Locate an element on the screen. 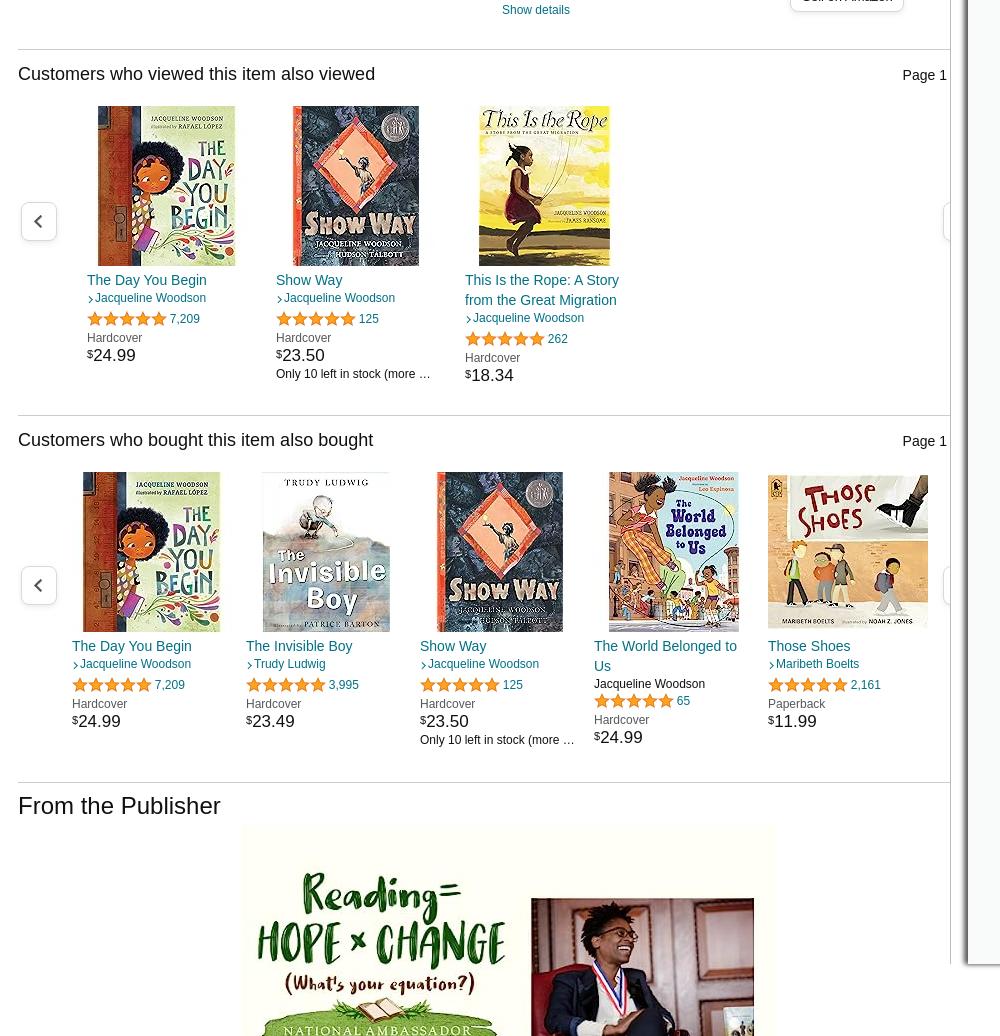  'Maribeth Boelts' is located at coordinates (816, 663).